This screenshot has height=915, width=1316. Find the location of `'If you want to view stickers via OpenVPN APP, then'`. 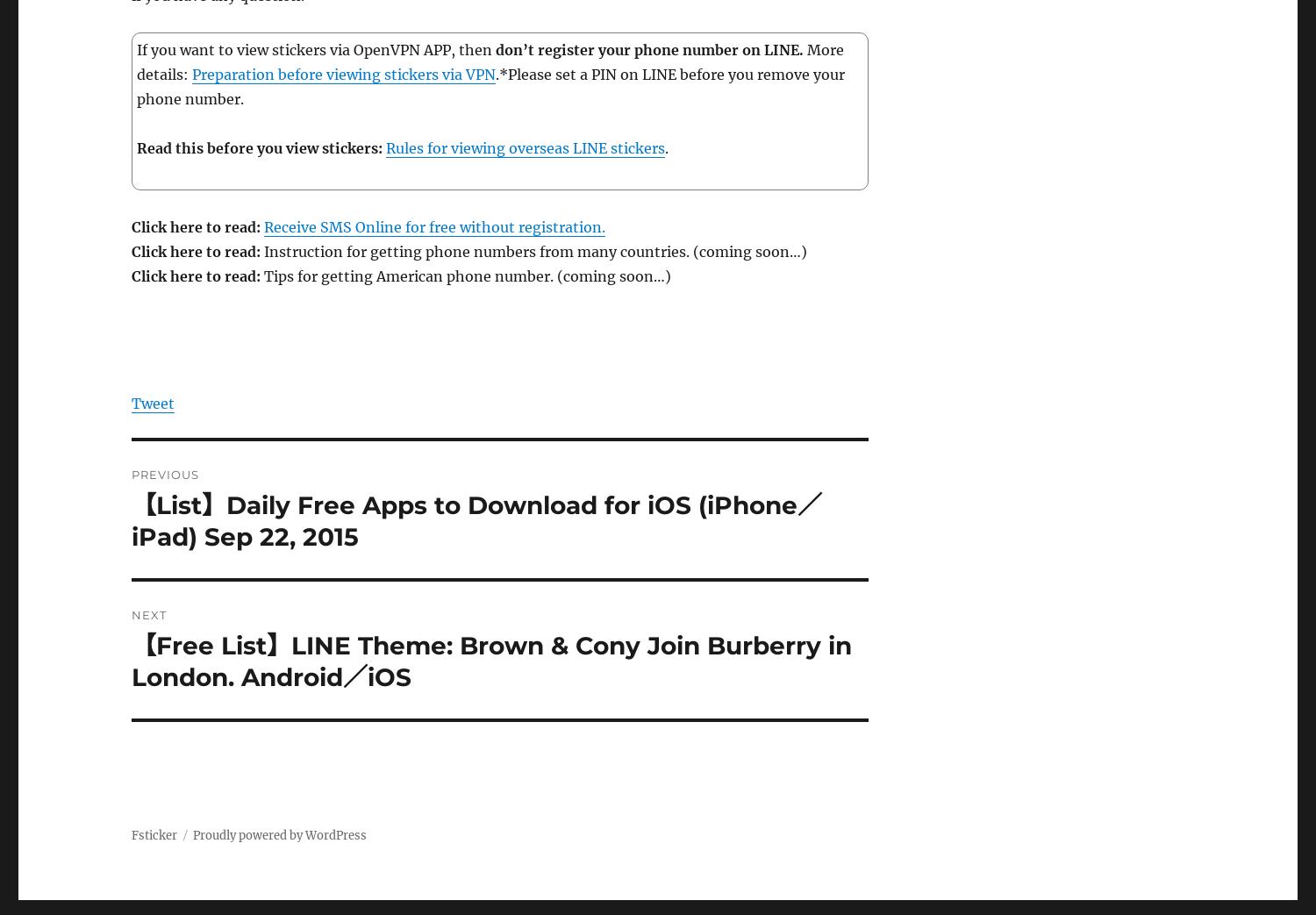

'If you want to view stickers via OpenVPN APP, then' is located at coordinates (315, 49).